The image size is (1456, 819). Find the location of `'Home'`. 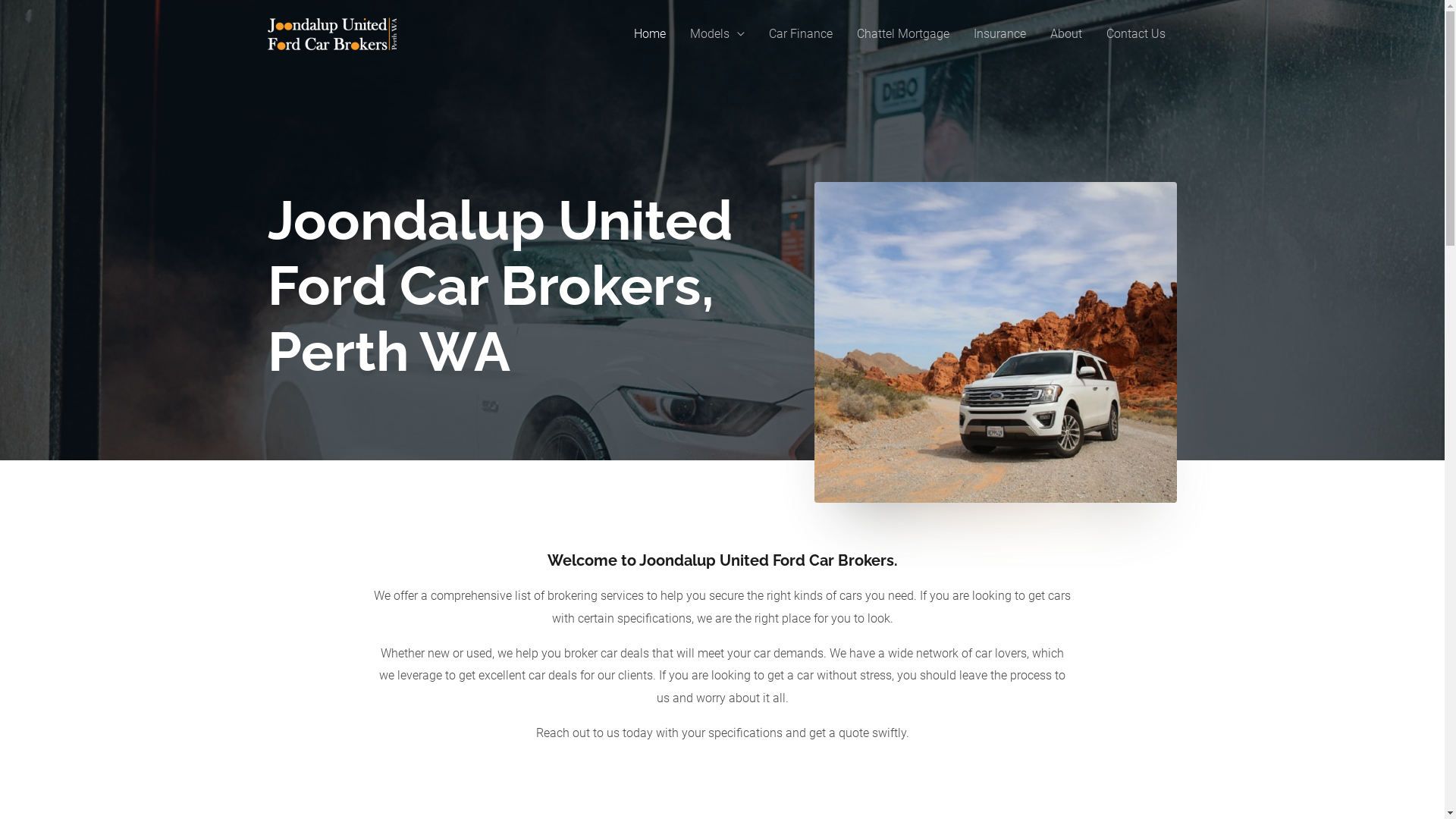

'Home' is located at coordinates (650, 34).